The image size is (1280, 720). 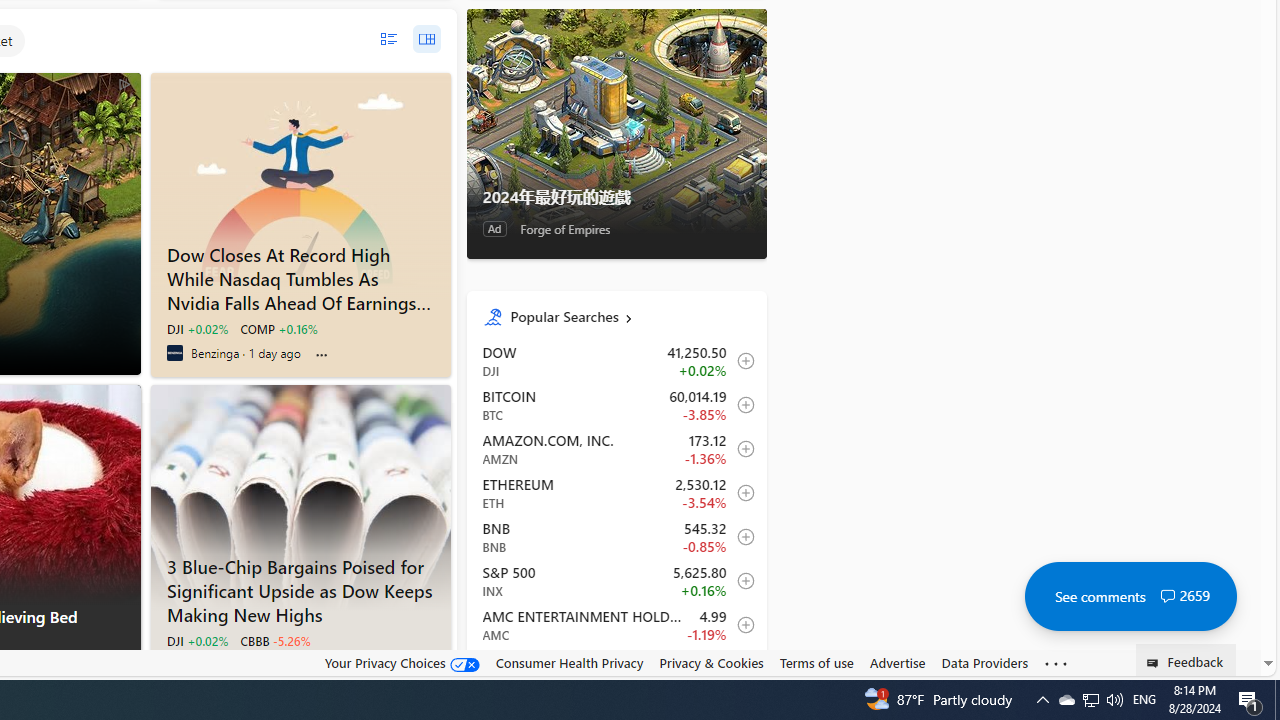 I want to click on 'Class: oneFooter_seeMore-DS-EntryPoint1-1', so click(x=1055, y=663).